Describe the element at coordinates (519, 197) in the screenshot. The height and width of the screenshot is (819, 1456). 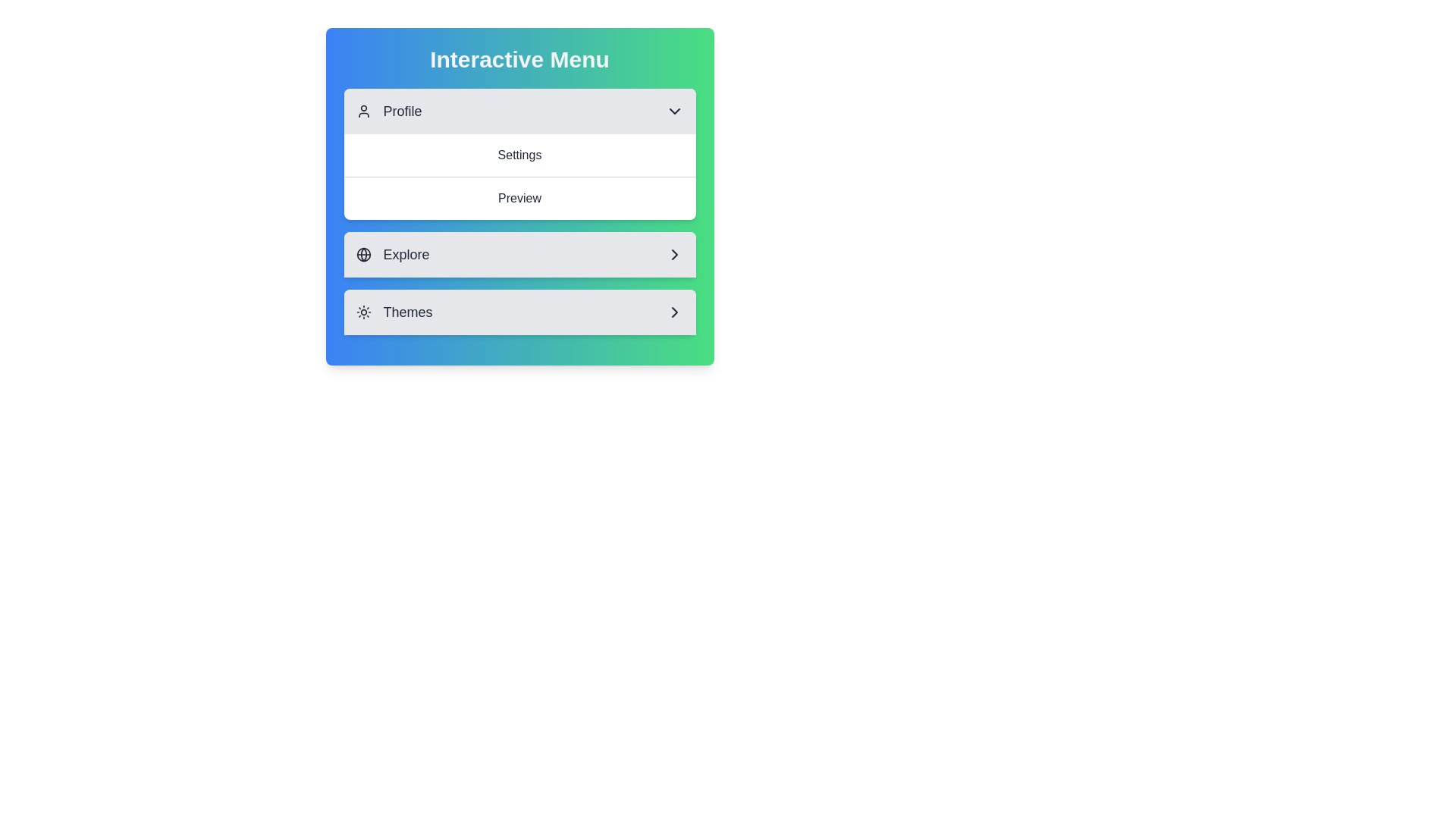
I see `the menu item Preview under the 'Profile' section` at that location.